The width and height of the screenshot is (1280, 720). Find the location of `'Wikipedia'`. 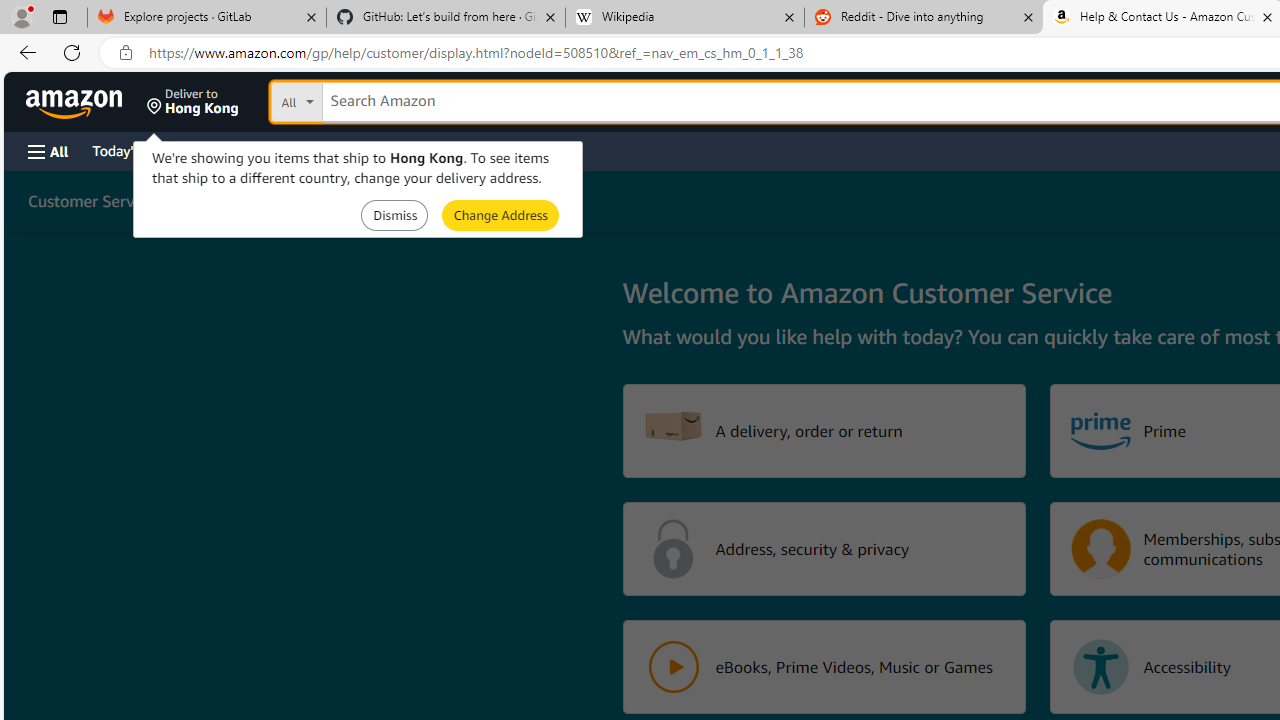

'Wikipedia' is located at coordinates (684, 17).